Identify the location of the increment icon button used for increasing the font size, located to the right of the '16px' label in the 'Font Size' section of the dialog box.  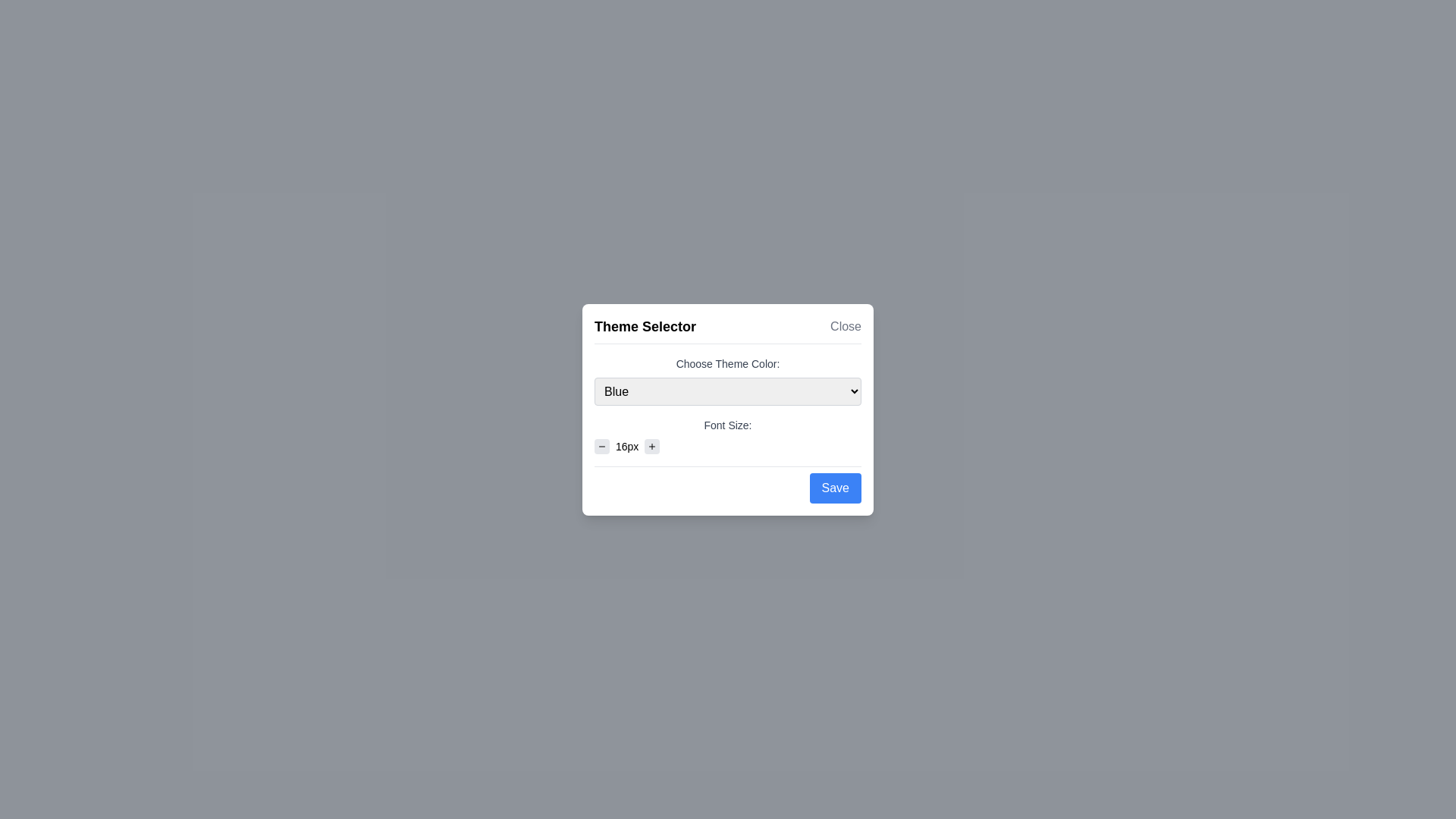
(652, 445).